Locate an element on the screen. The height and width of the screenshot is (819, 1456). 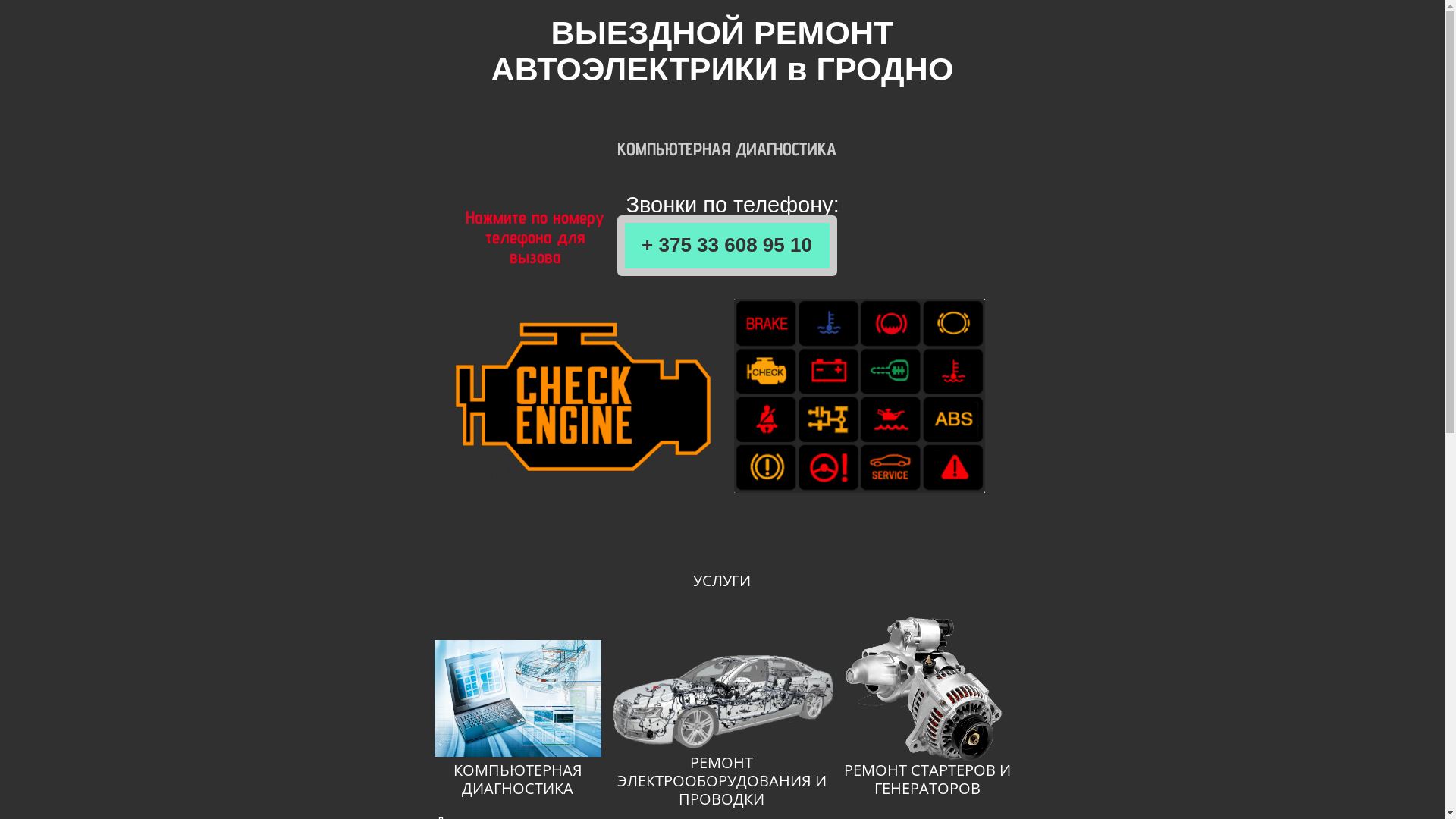
'+ 375 33 608 95 10' is located at coordinates (726, 245).